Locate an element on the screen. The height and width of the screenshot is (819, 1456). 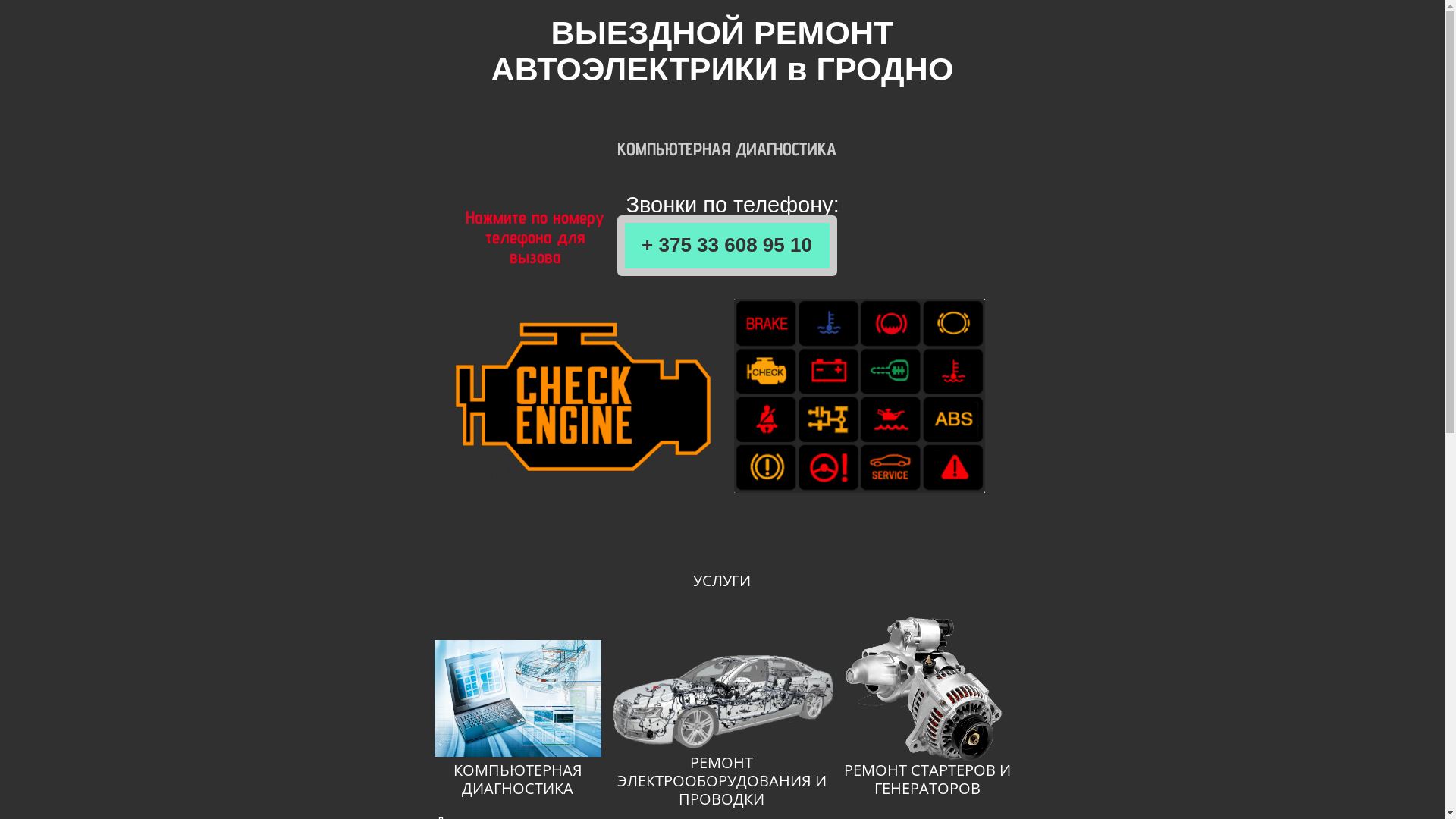
'+ 375 33 608 95 10' is located at coordinates (726, 245).